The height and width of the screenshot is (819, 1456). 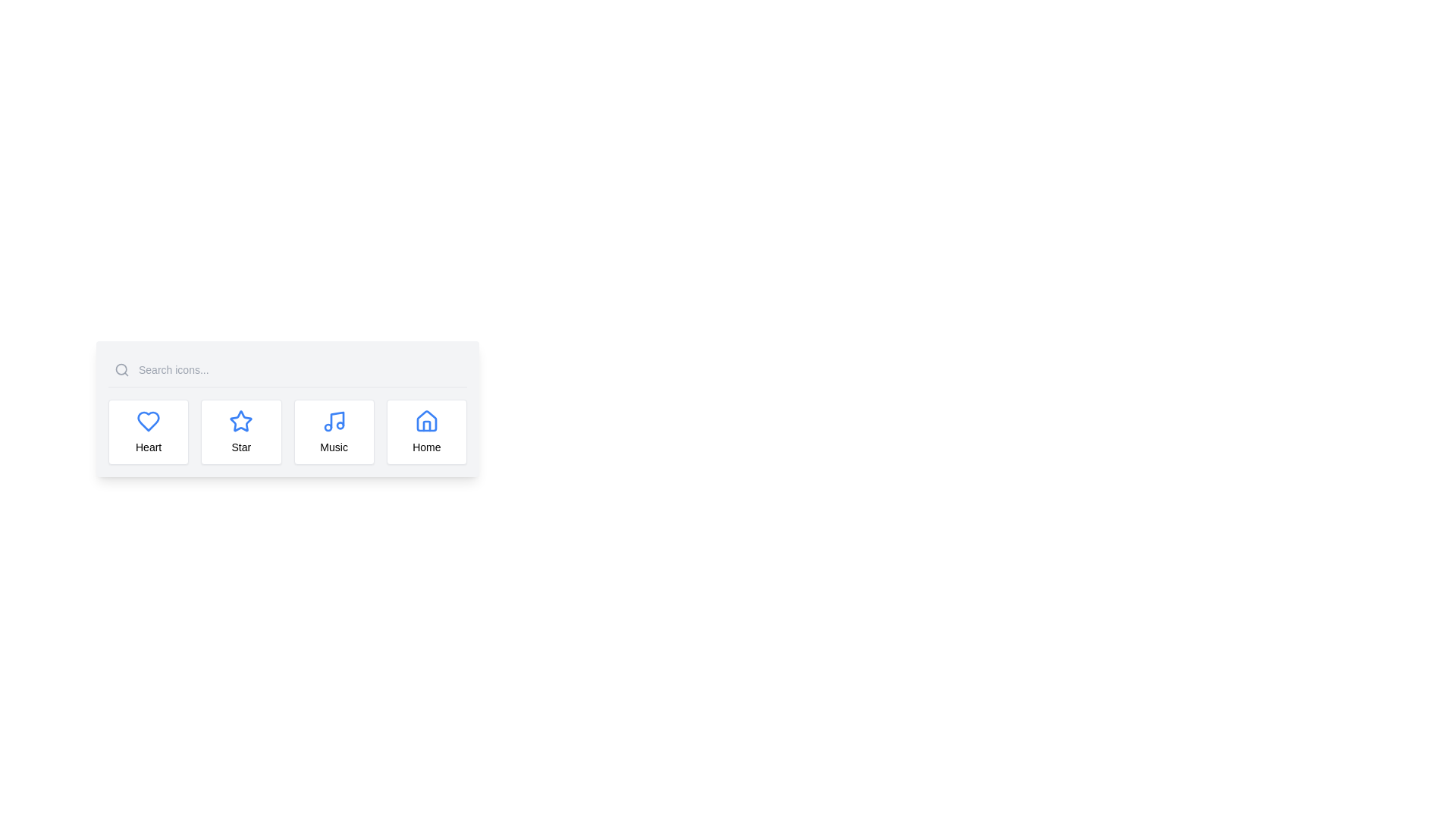 What do you see at coordinates (149, 421) in the screenshot?
I see `the blue outlined heart icon located above the label 'Heart'` at bounding box center [149, 421].